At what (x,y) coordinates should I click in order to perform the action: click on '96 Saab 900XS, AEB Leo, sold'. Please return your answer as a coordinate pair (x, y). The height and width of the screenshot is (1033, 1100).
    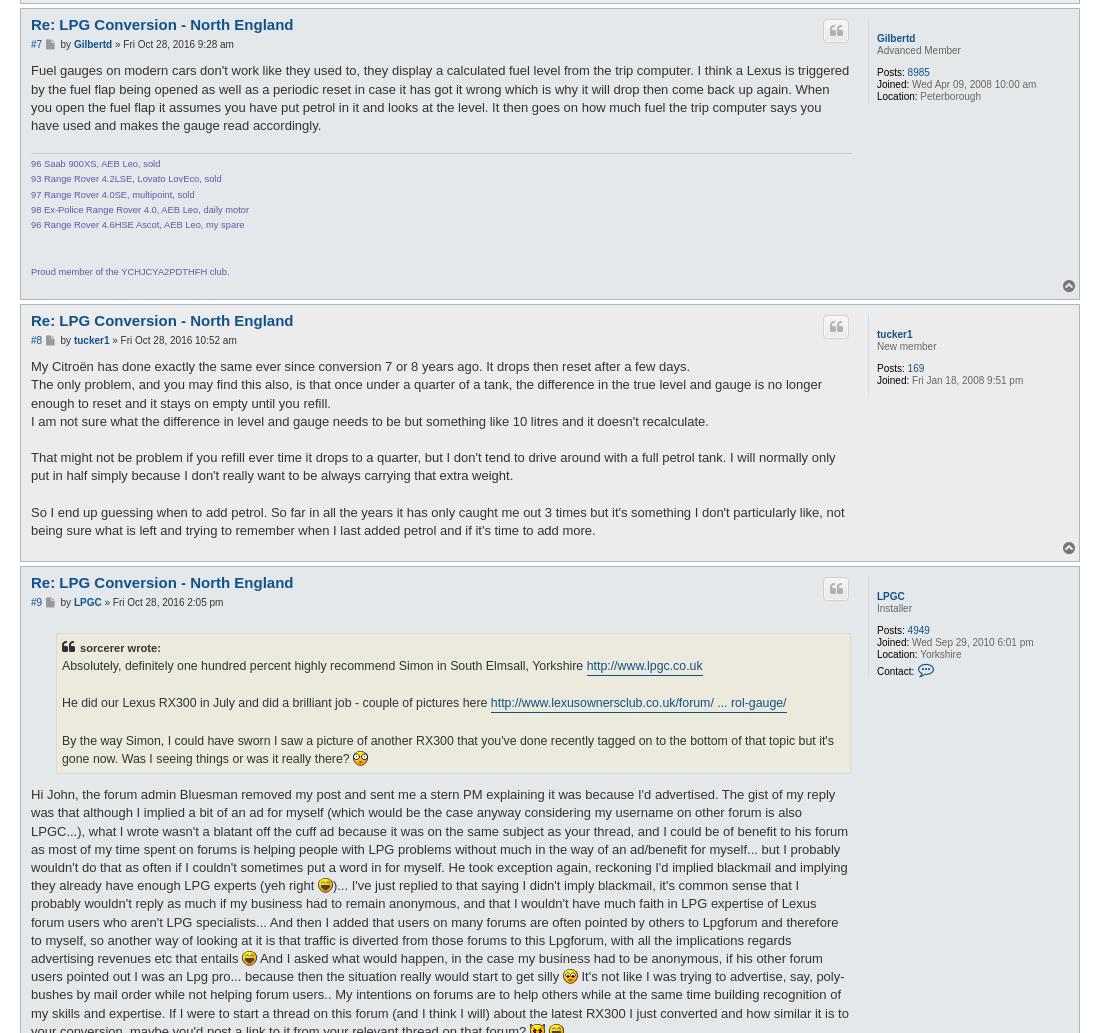
    Looking at the image, I should click on (95, 163).